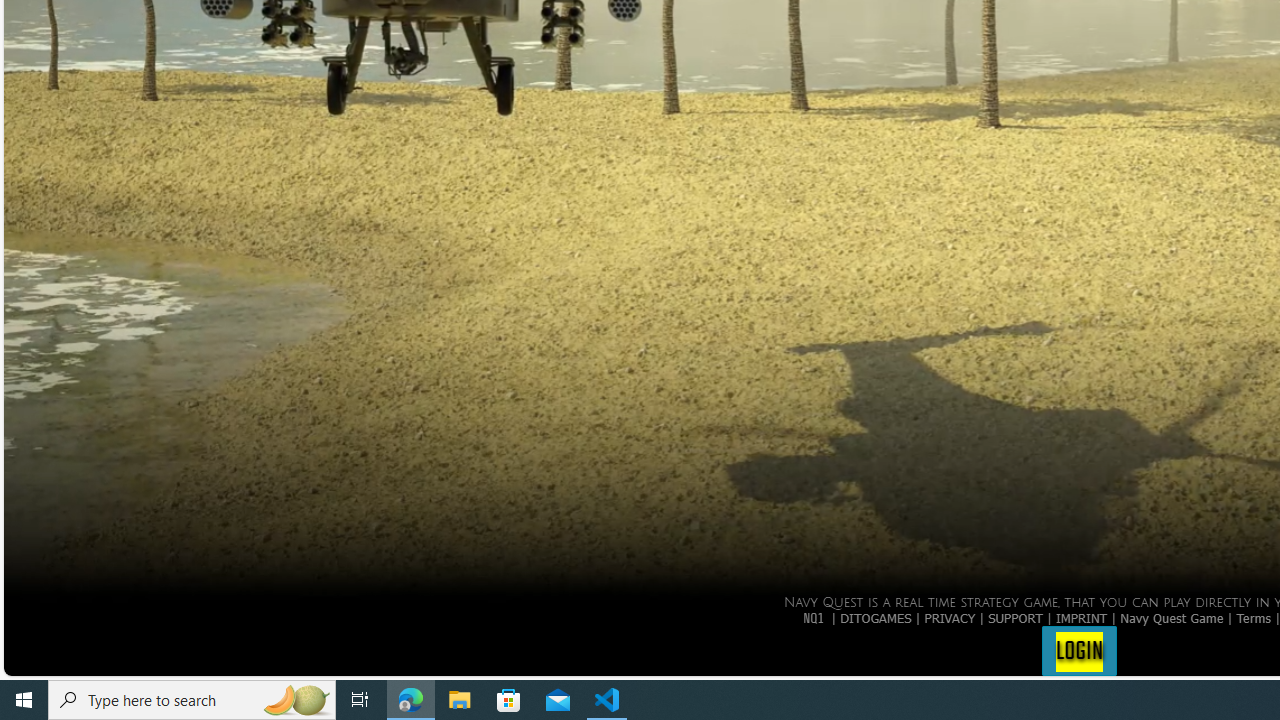  Describe the element at coordinates (459, 698) in the screenshot. I see `'File Explorer'` at that location.